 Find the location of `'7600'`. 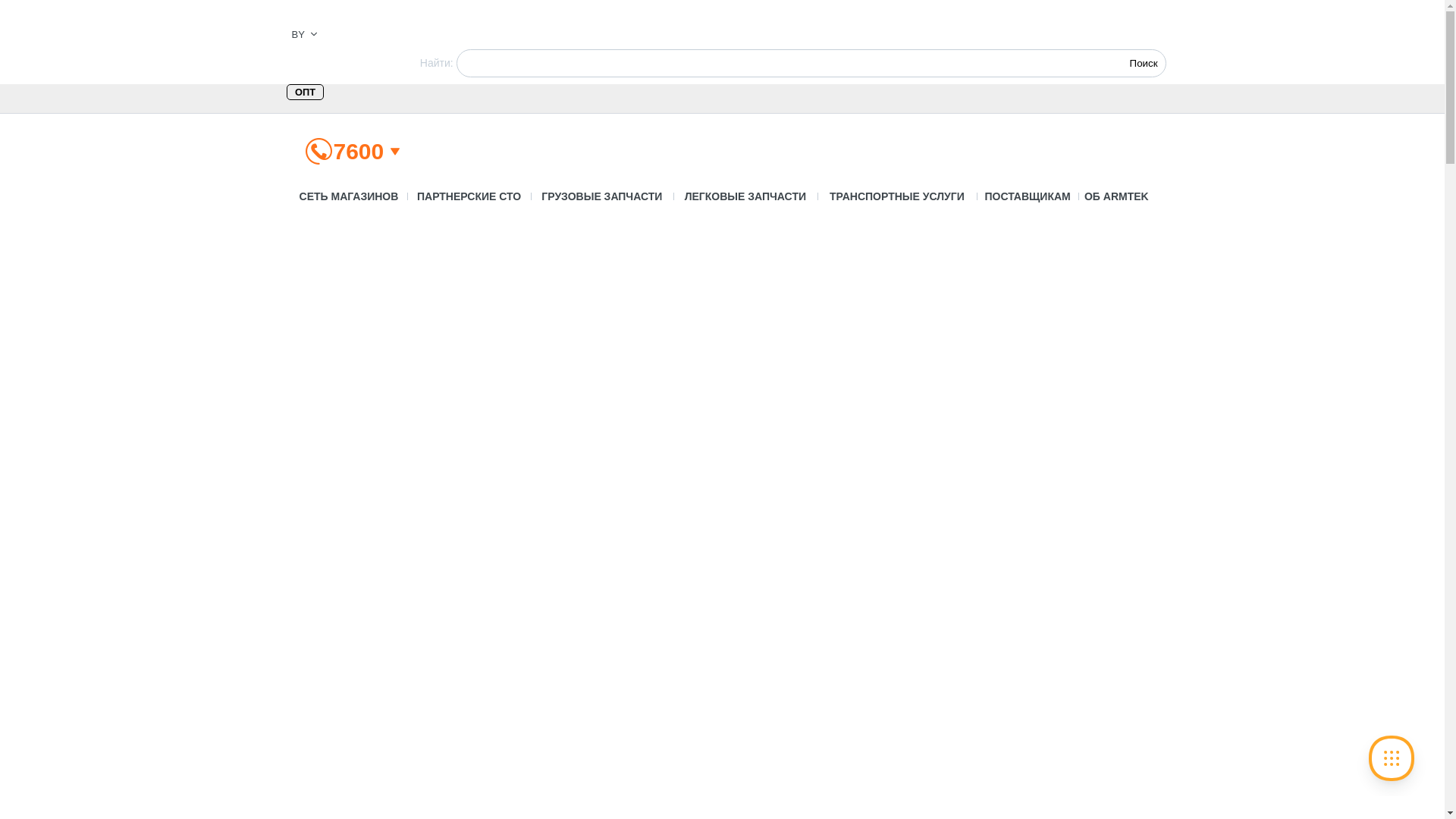

'7600' is located at coordinates (358, 151).